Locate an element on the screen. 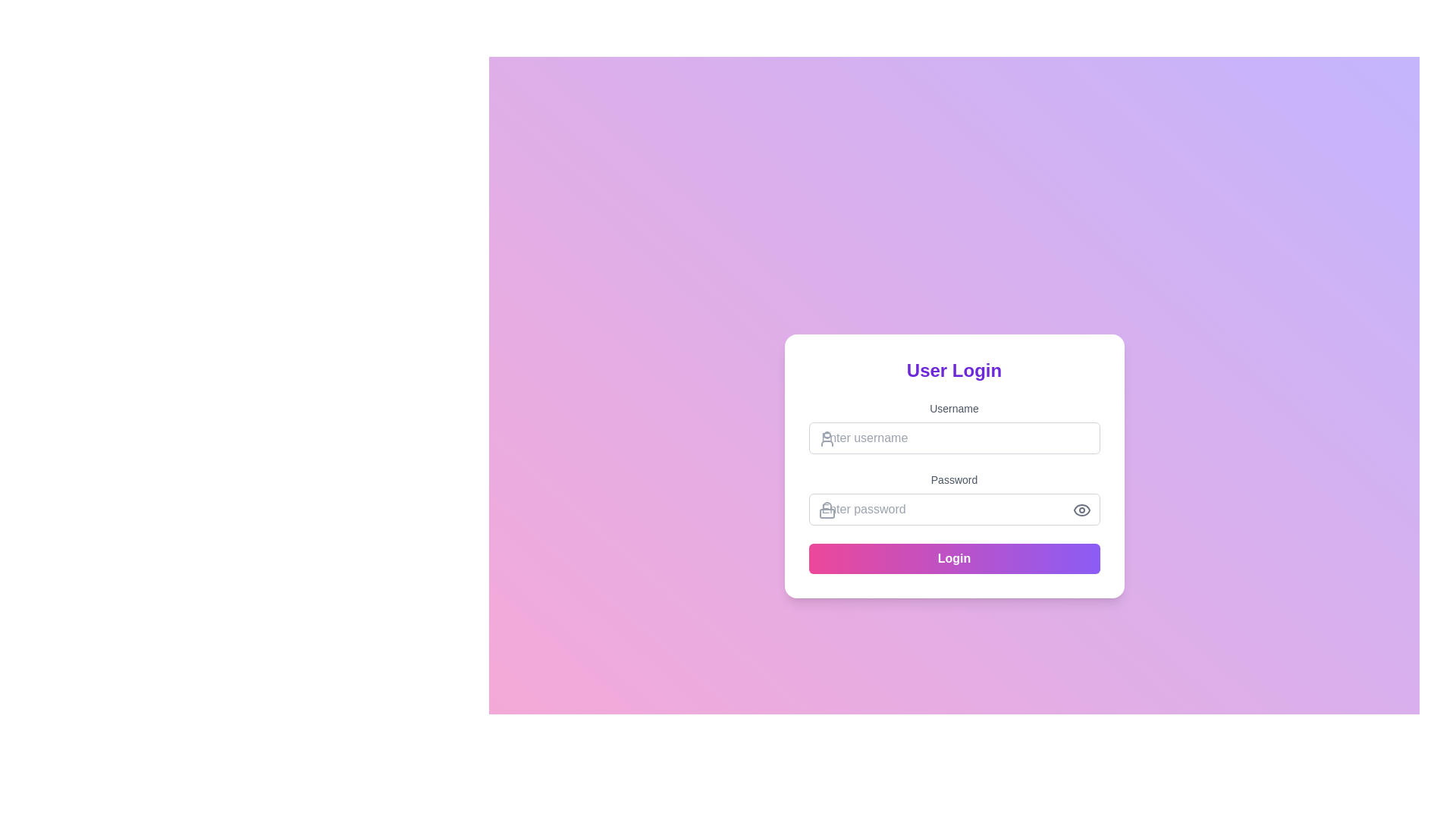 This screenshot has width=1456, height=819. the eye icon button located at the top-right corner of the password input field is located at coordinates (1081, 510).